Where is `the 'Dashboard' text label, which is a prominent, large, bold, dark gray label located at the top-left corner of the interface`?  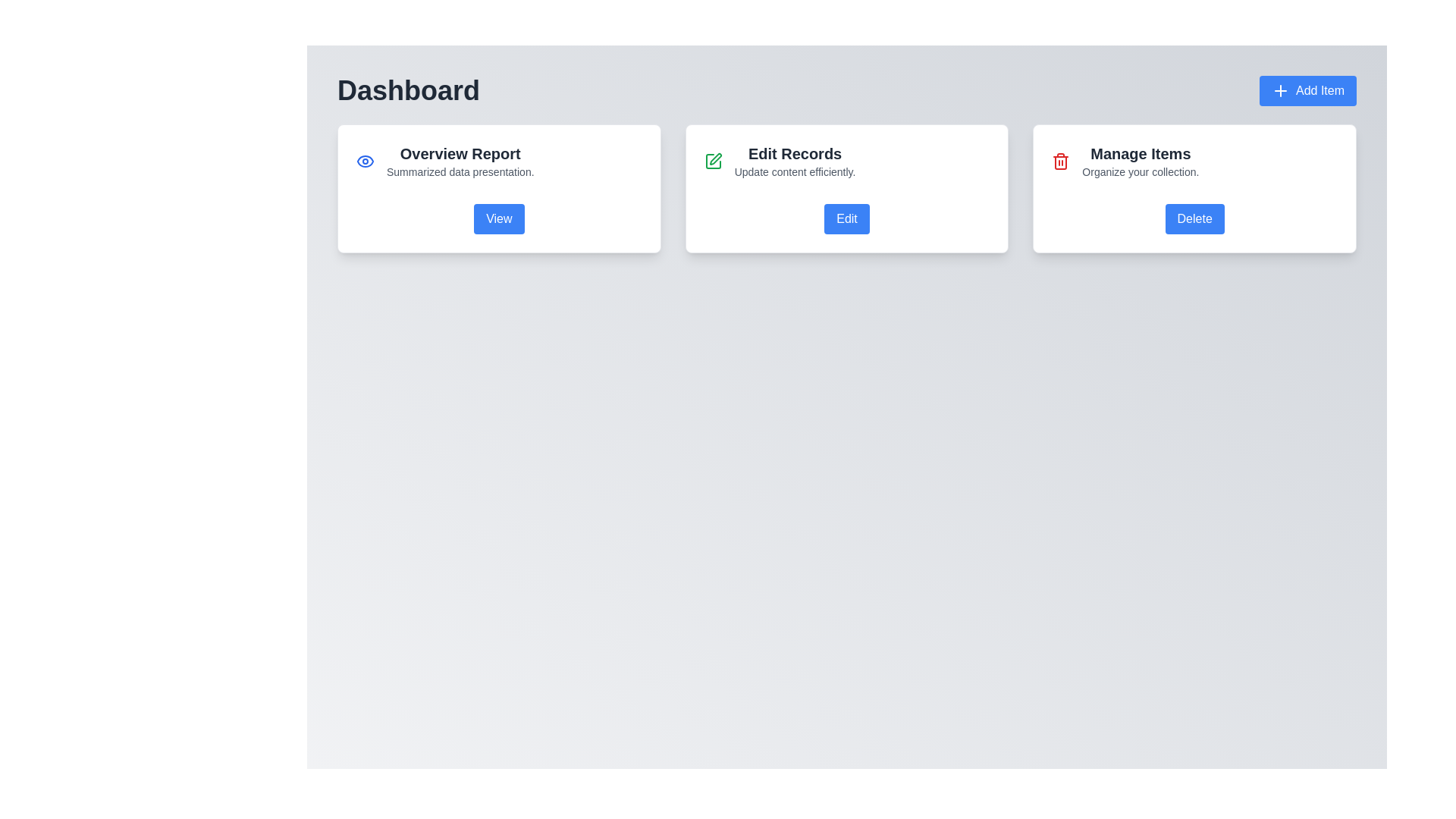 the 'Dashboard' text label, which is a prominent, large, bold, dark gray label located at the top-left corner of the interface is located at coordinates (408, 90).